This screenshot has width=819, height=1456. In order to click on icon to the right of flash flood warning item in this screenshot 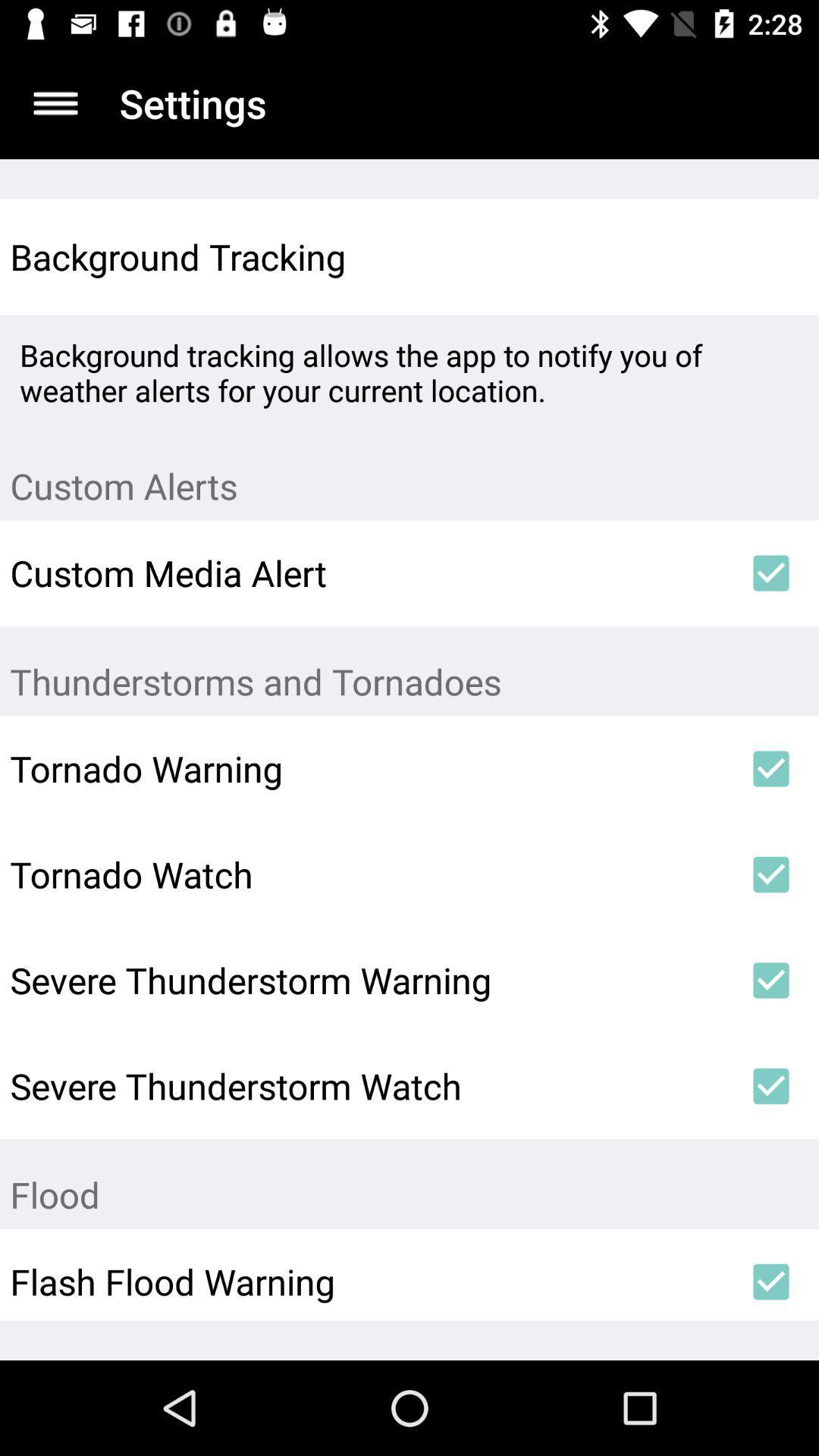, I will do `click(771, 1281)`.